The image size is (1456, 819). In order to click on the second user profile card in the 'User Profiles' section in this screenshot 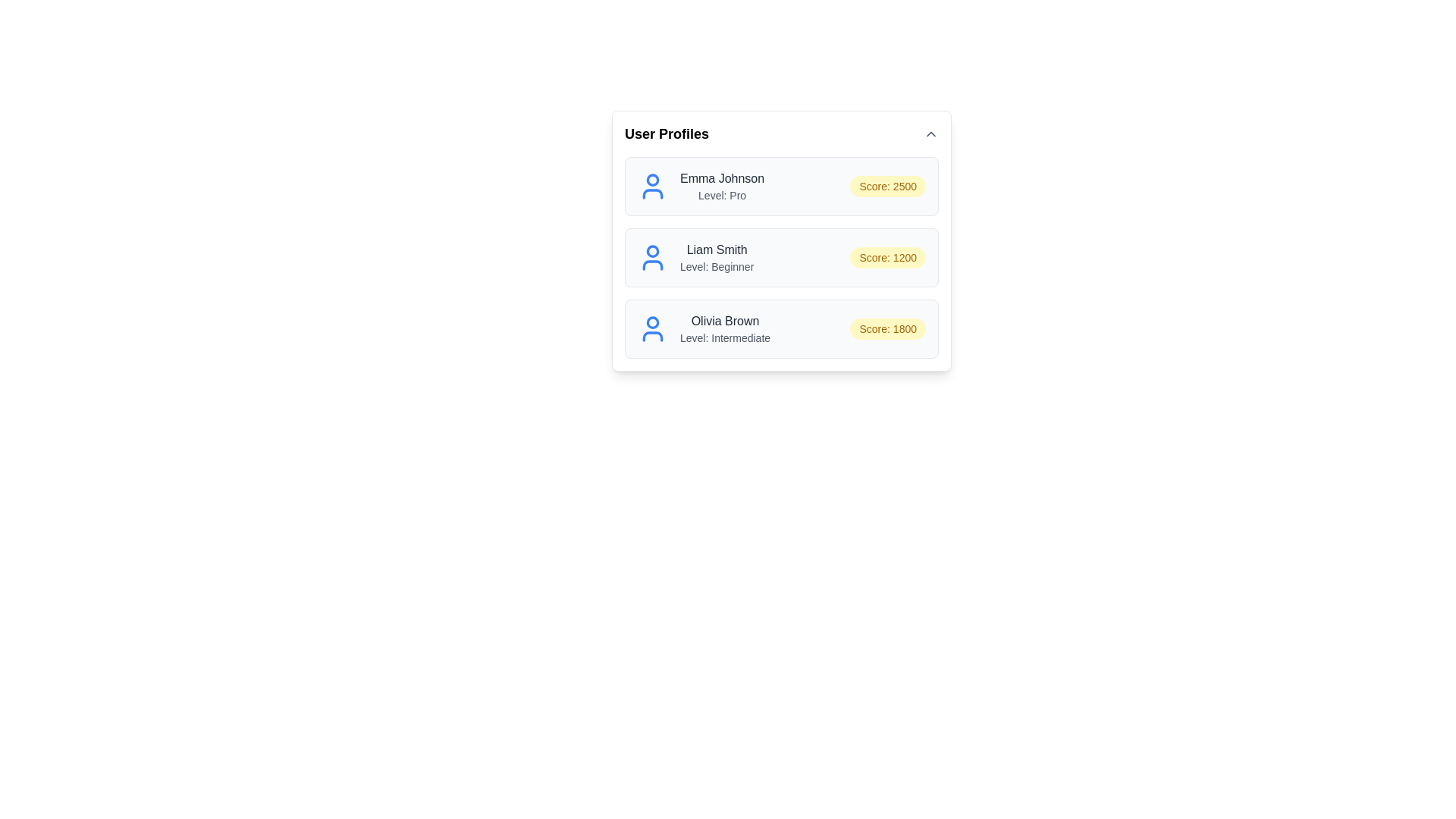, I will do `click(782, 256)`.